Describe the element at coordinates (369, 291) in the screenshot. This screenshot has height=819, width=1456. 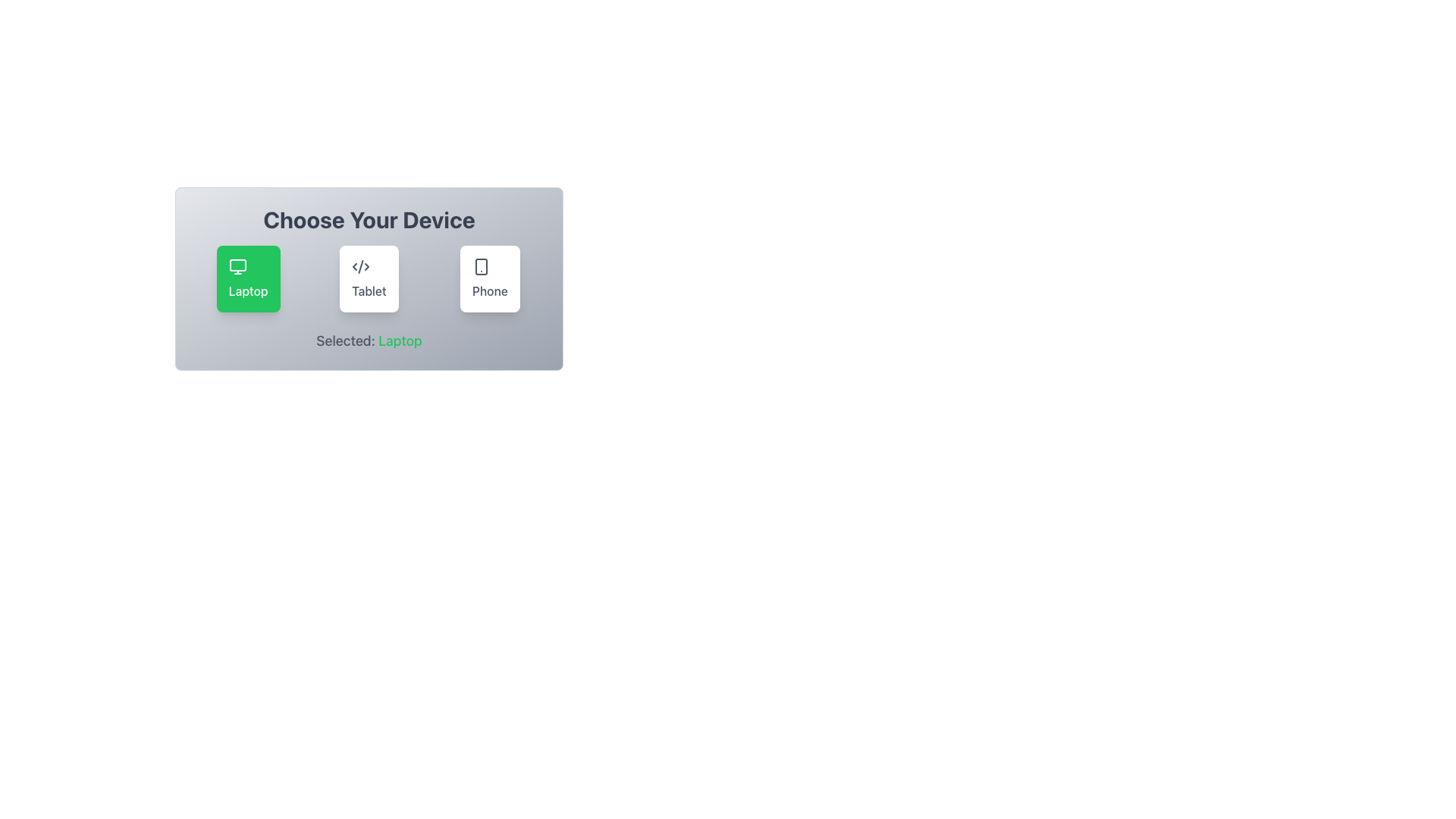
I see `the text label for the 'Tablet' option located beneath the SVG icon in the middle button of the selection menu` at that location.